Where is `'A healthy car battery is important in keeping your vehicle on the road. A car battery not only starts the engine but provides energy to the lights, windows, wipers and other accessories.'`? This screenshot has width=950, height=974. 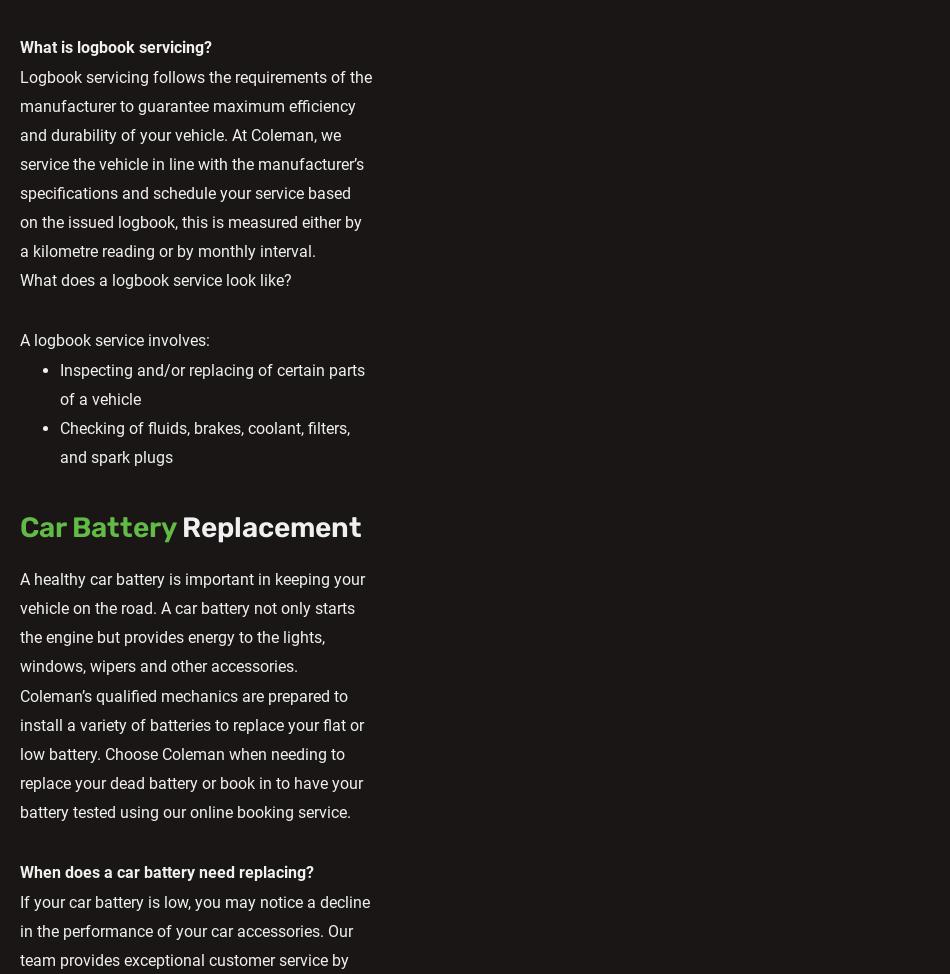 'A healthy car battery is important in keeping your vehicle on the road. A car battery not only starts the engine but provides energy to the lights, windows, wipers and other accessories.' is located at coordinates (192, 620).